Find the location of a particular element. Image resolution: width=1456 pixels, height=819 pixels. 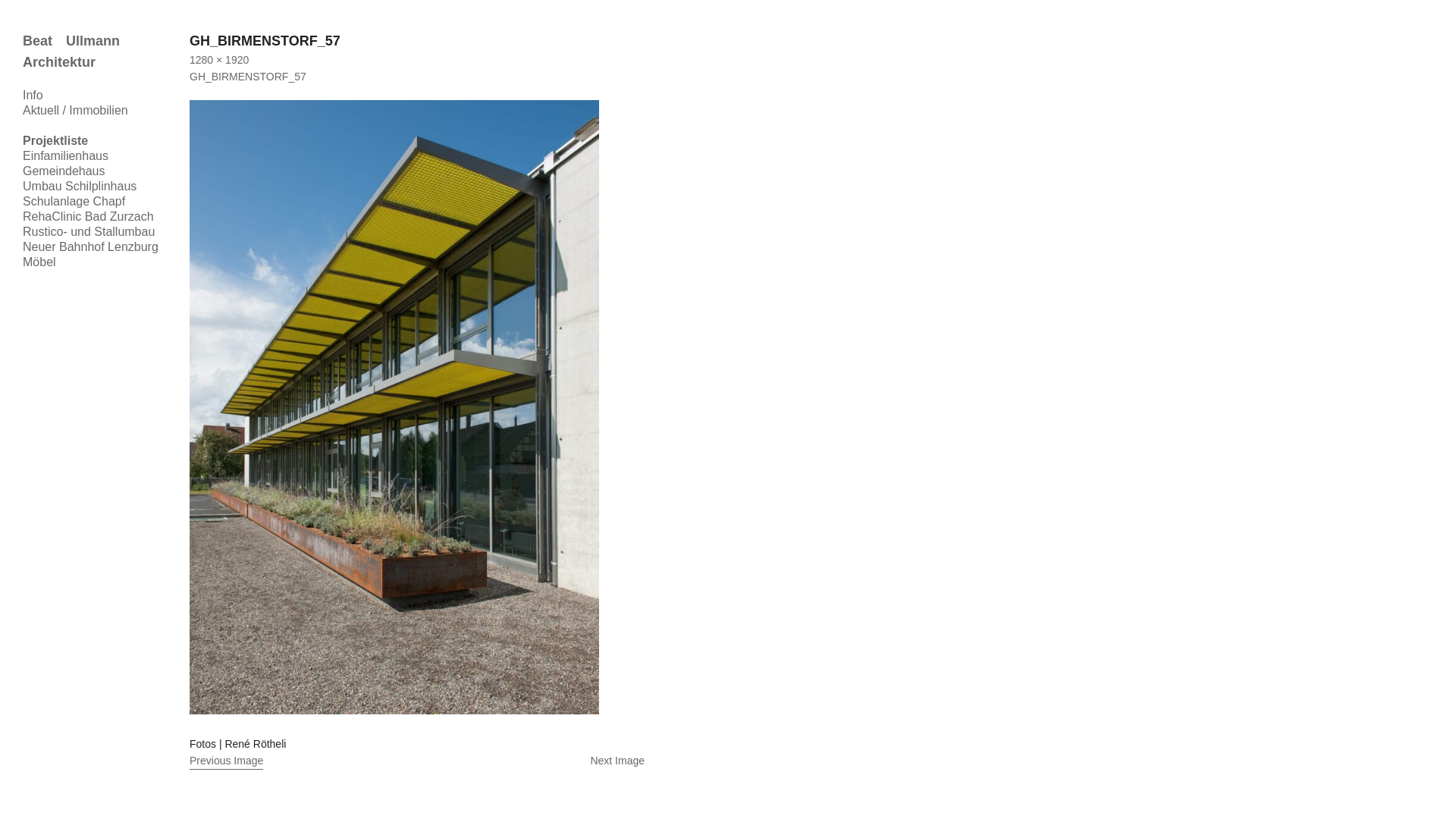

'Next Image' is located at coordinates (417, 760).